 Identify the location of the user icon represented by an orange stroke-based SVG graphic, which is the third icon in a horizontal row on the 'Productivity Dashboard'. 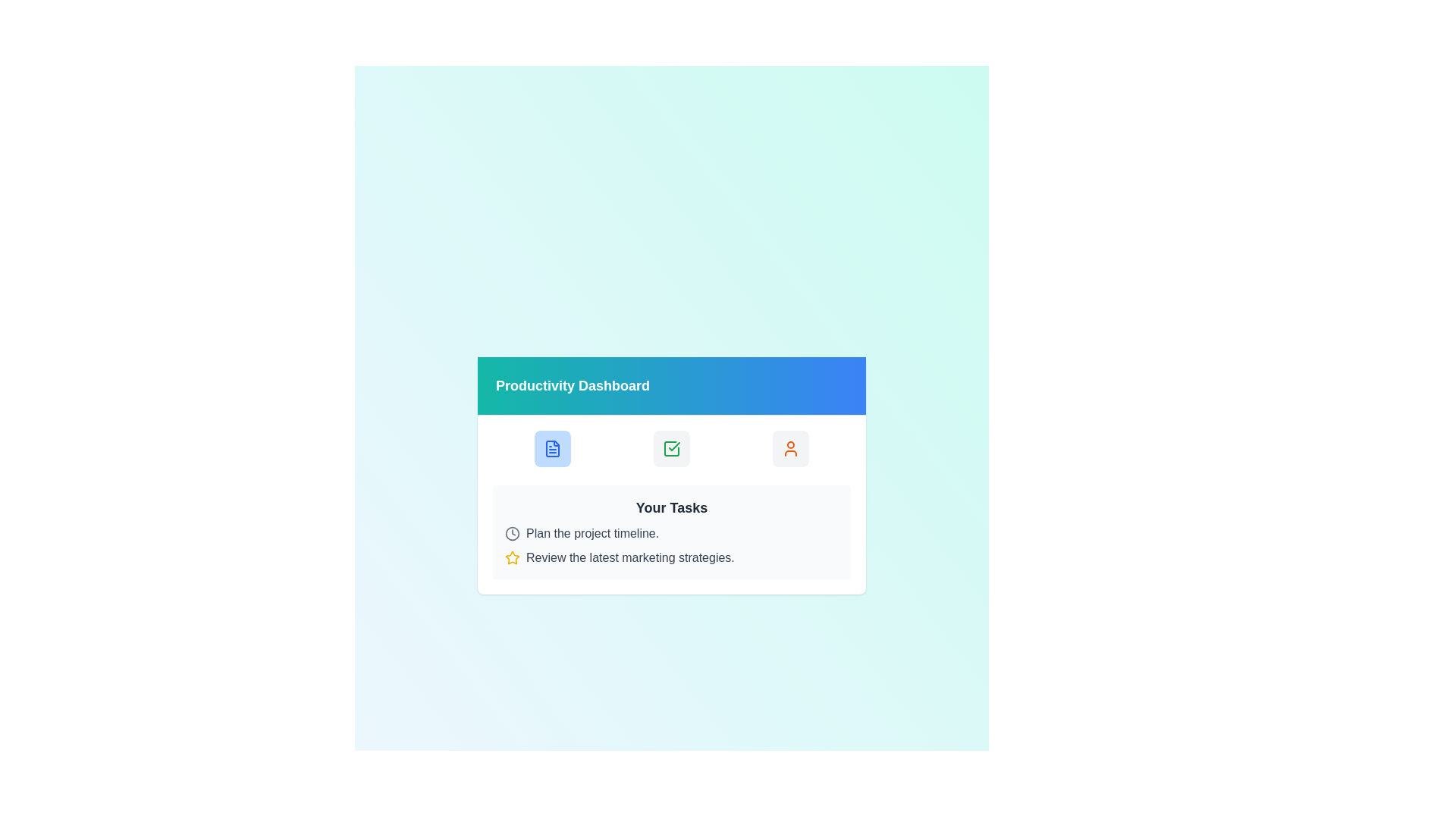
(790, 447).